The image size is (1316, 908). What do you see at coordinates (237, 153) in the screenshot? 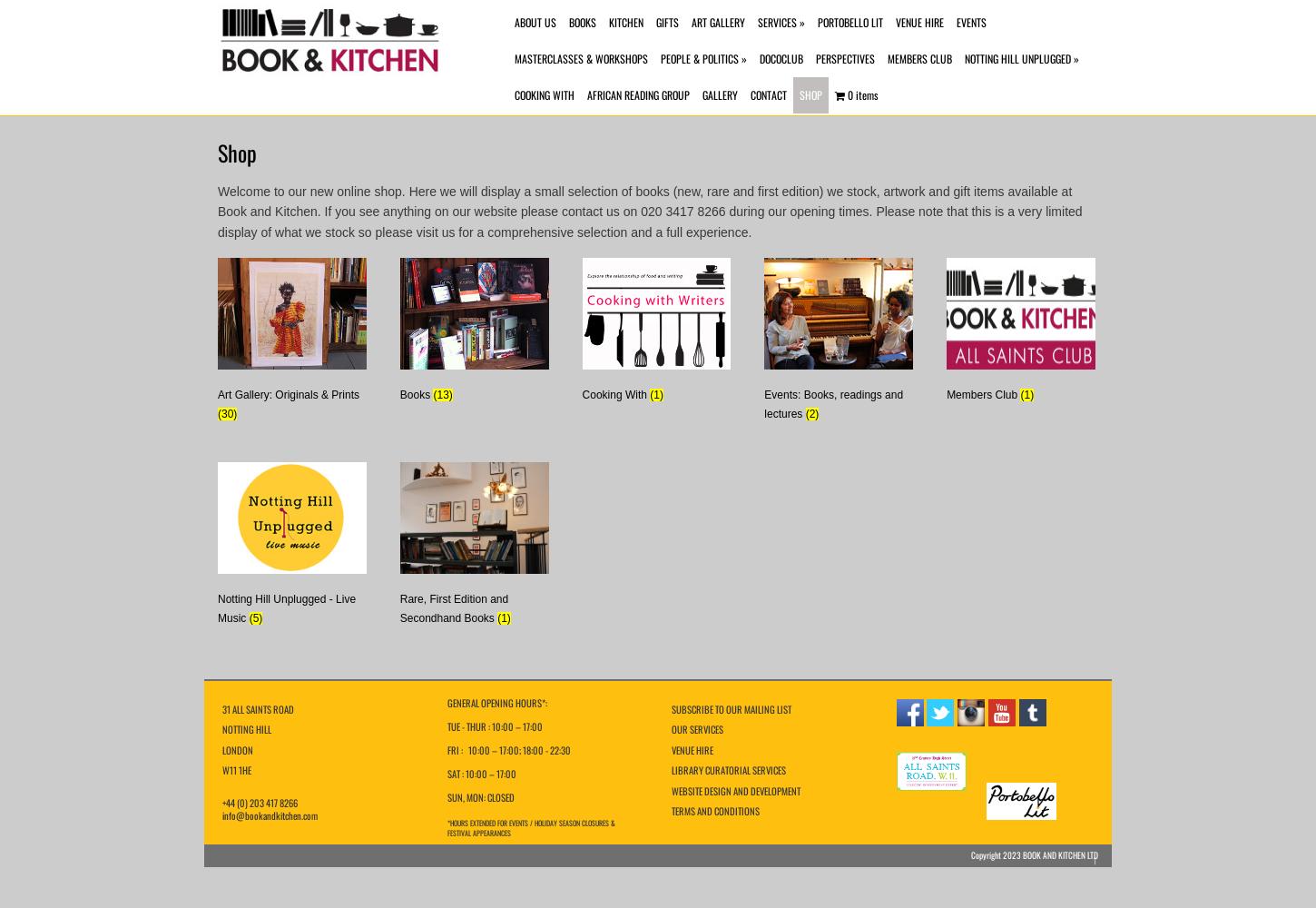
I see `'Shop'` at bounding box center [237, 153].